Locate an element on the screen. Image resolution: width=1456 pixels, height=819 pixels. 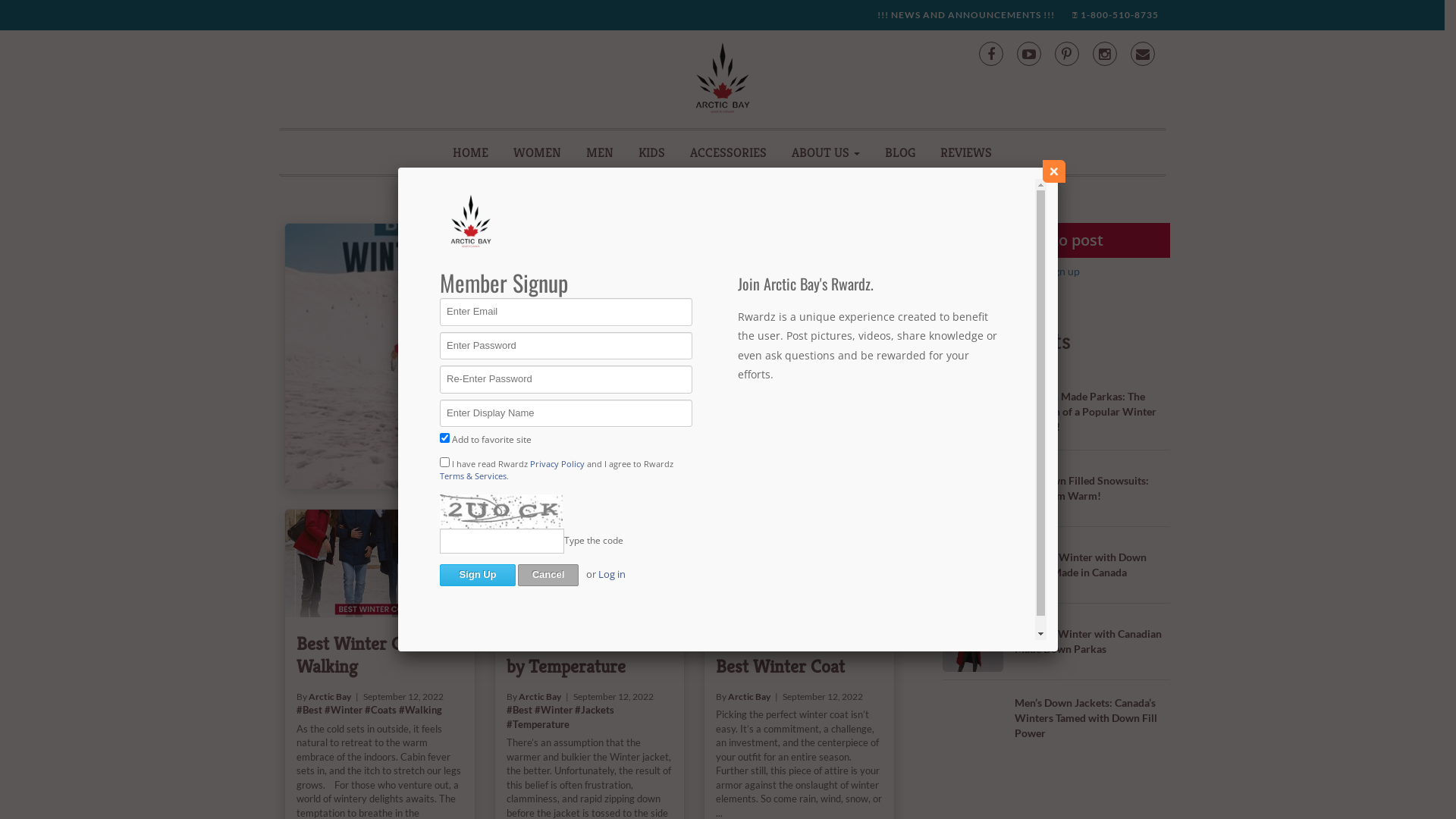
'ABOUT US' is located at coordinates (825, 152).